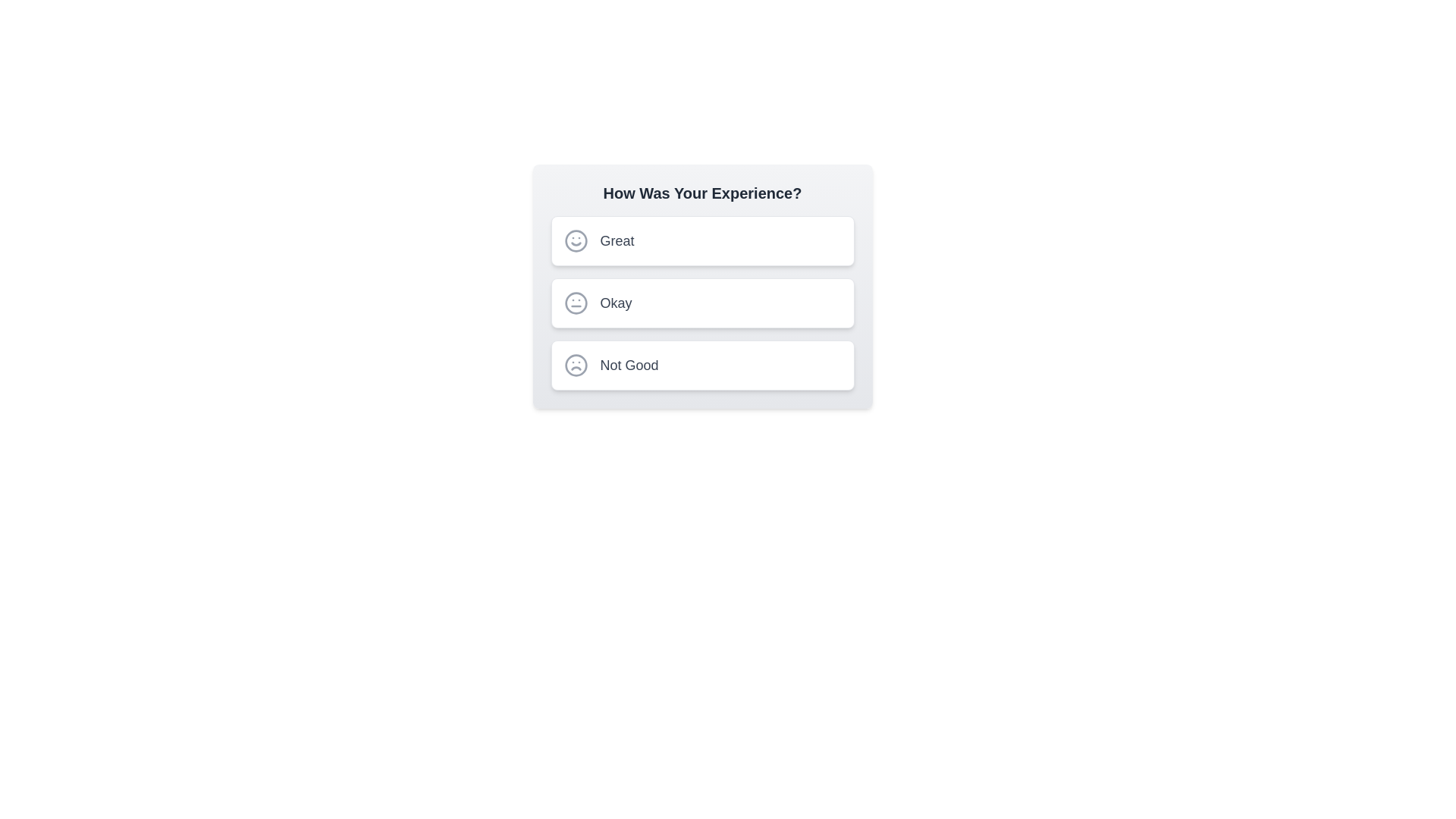 The image size is (1456, 819). I want to click on title text element that serves as a header for the options below it, positioned centrally above selectable options, so click(701, 192).